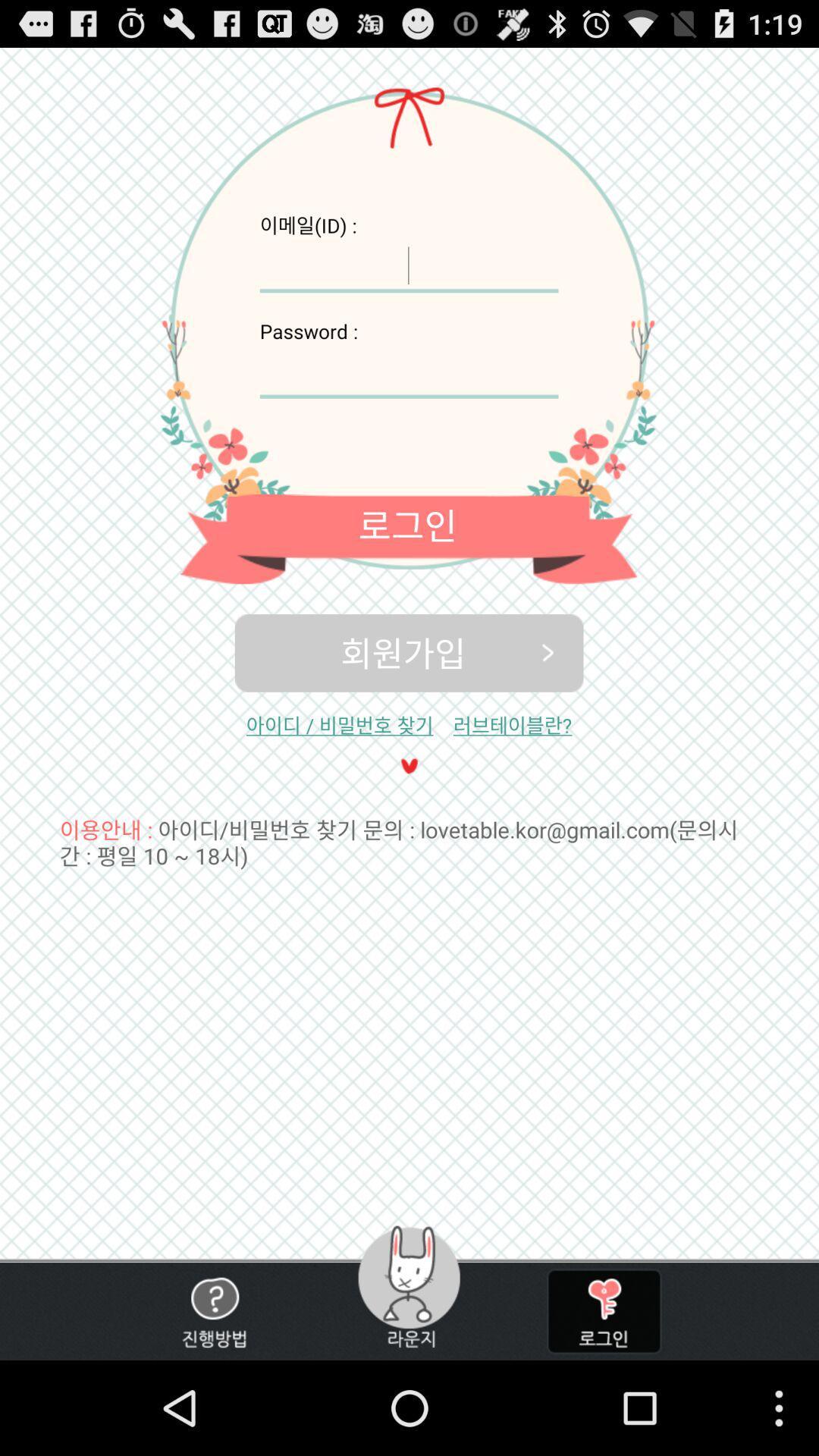 Image resolution: width=819 pixels, height=1456 pixels. I want to click on button at the bottom left corner, so click(214, 1310).